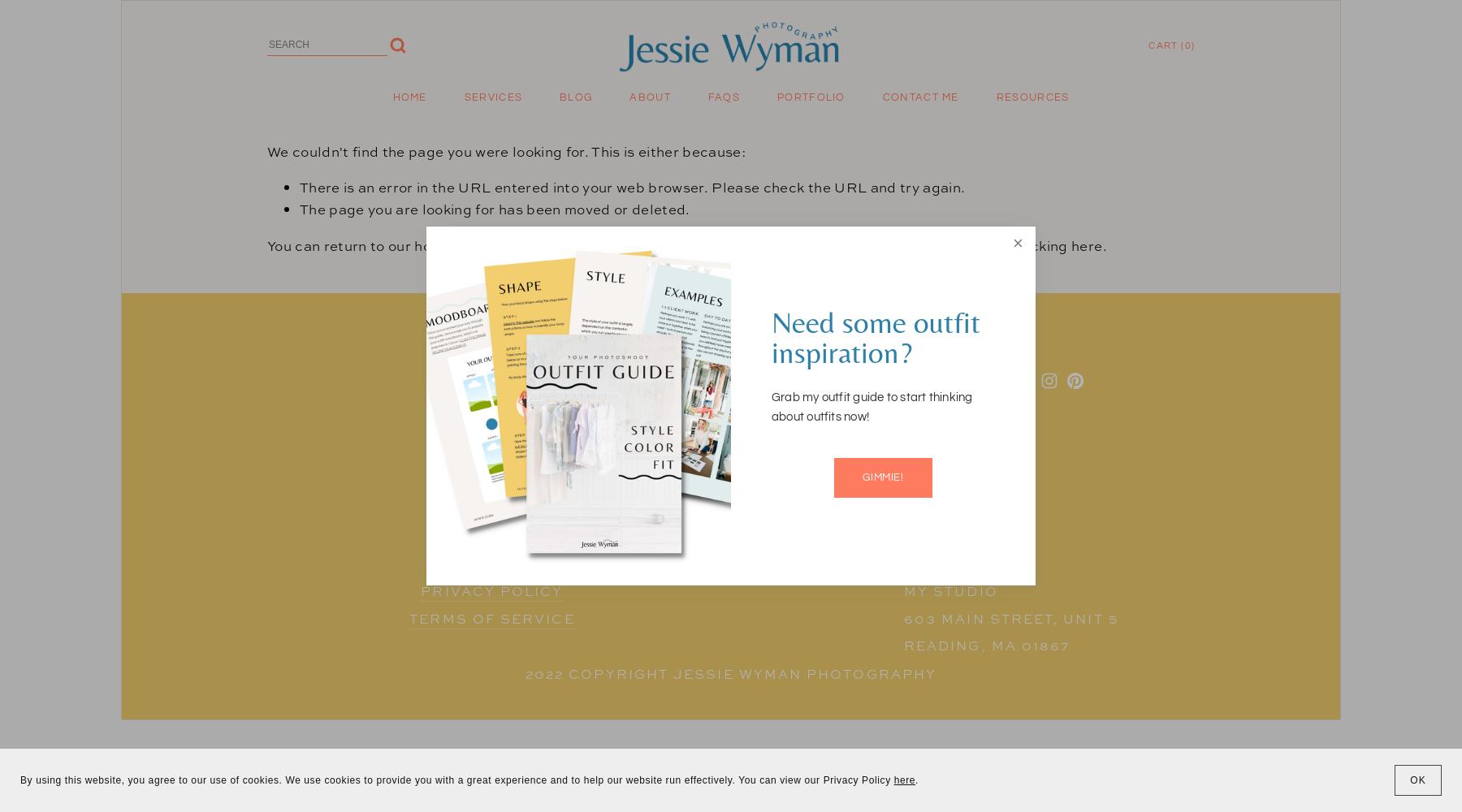 The image size is (1462, 812). I want to click on 'Blog', so click(559, 97).